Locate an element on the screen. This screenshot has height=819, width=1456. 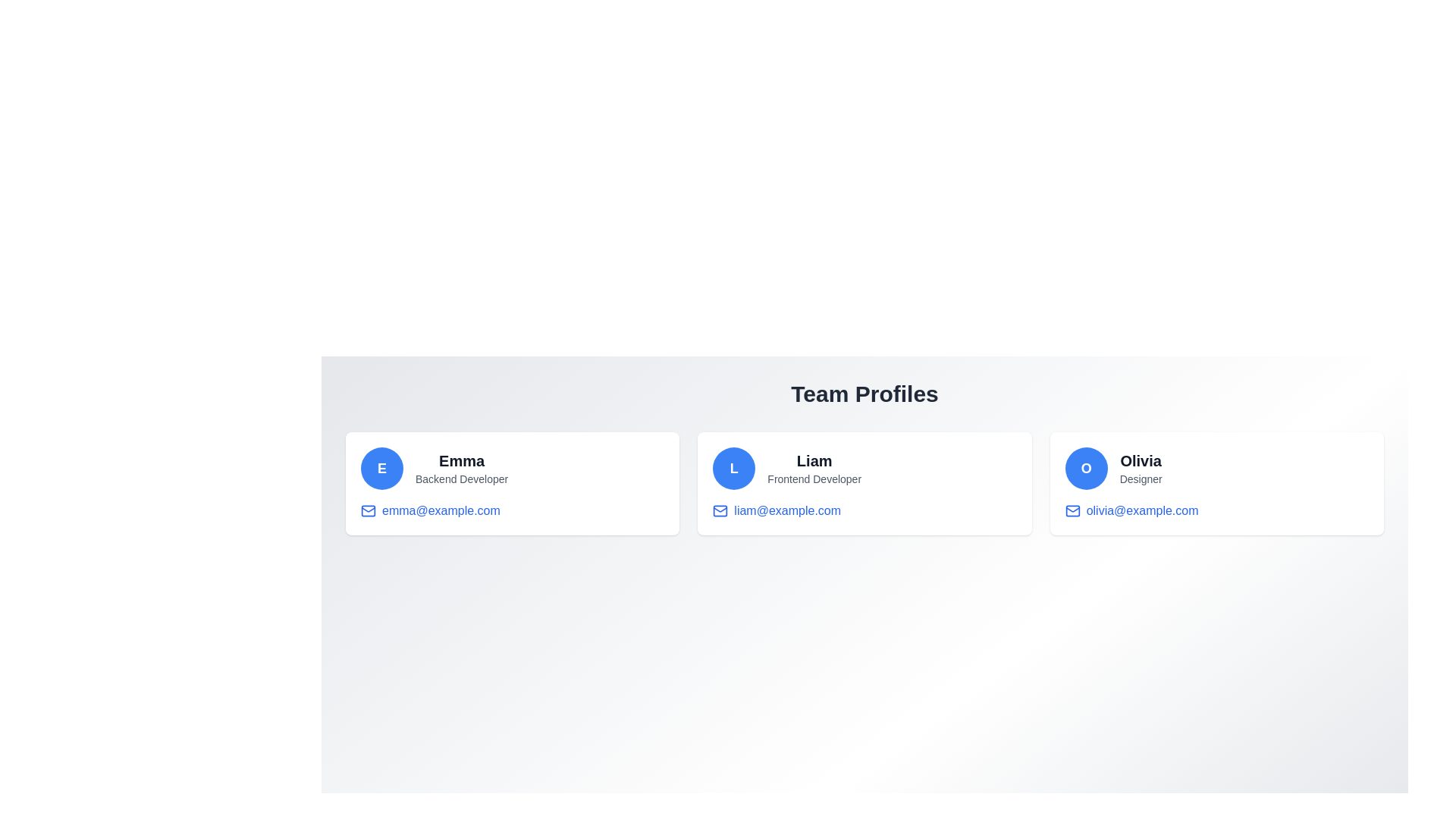
email envelope icon located in the second user card under the profile information for 'Liam' is located at coordinates (720, 511).